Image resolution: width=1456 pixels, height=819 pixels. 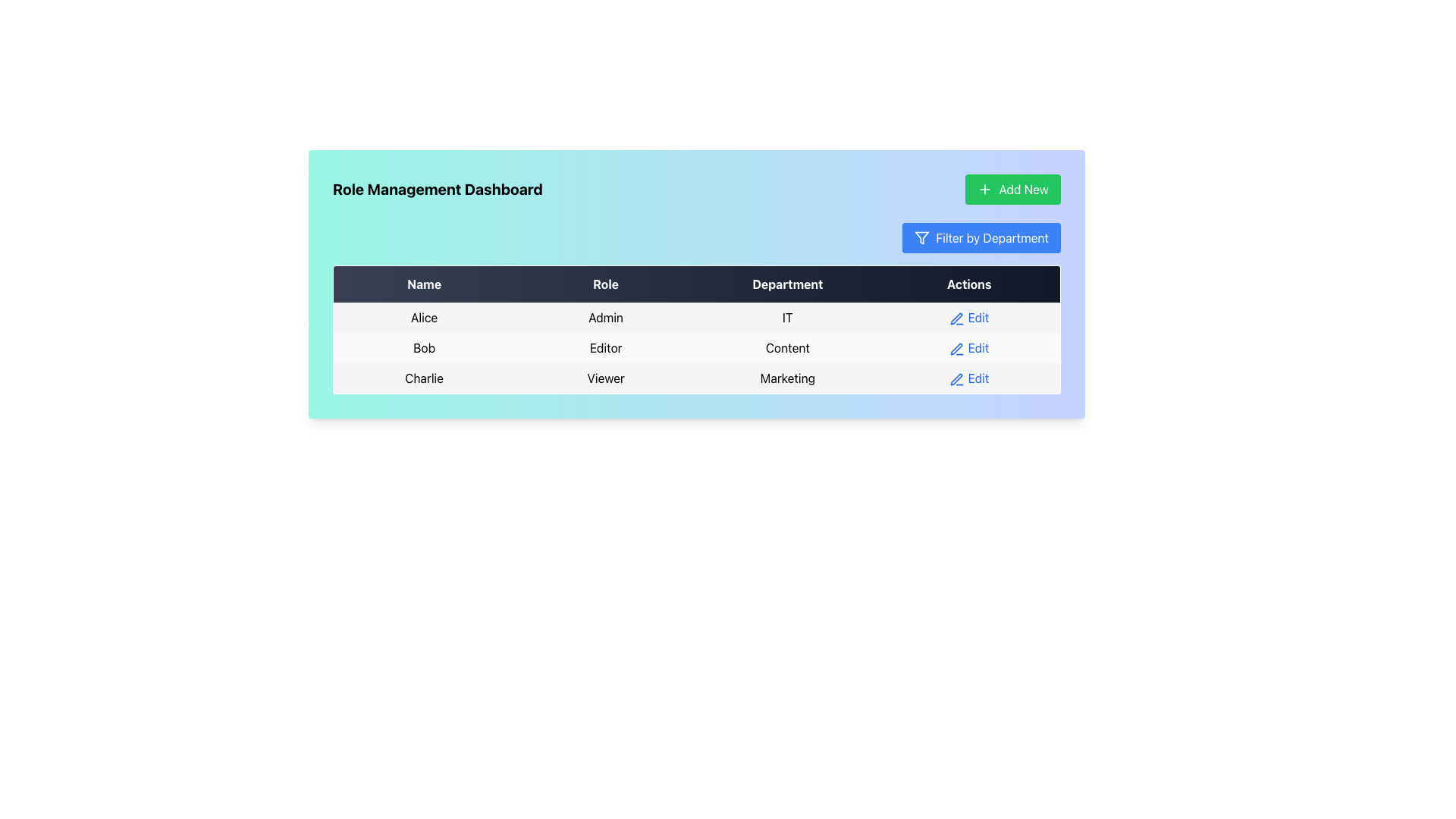 I want to click on the 'Name' column header in the table, so click(x=424, y=284).